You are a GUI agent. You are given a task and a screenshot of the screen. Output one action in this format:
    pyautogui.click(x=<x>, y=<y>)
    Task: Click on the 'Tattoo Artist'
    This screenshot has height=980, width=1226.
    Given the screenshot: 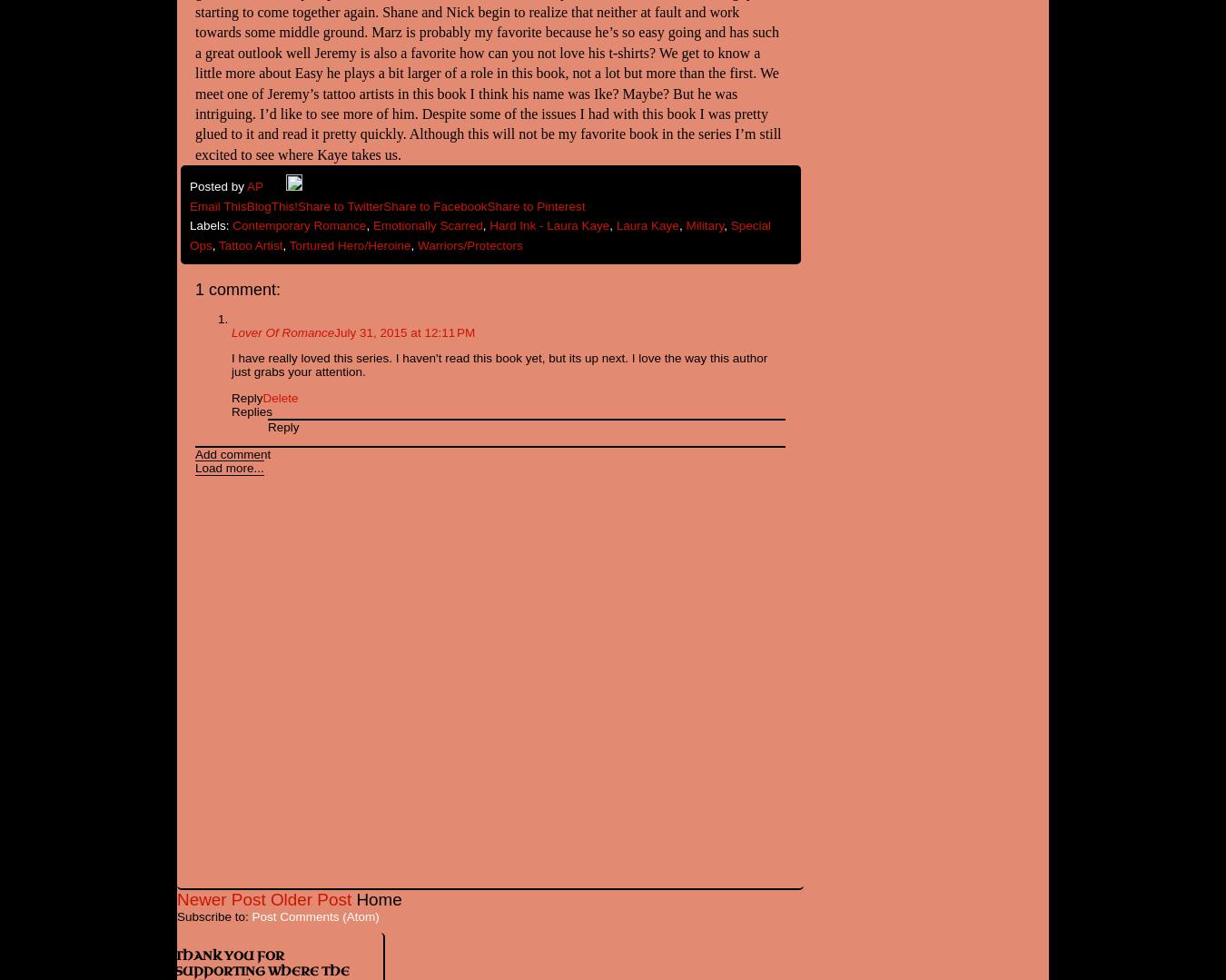 What is the action you would take?
    pyautogui.click(x=249, y=244)
    